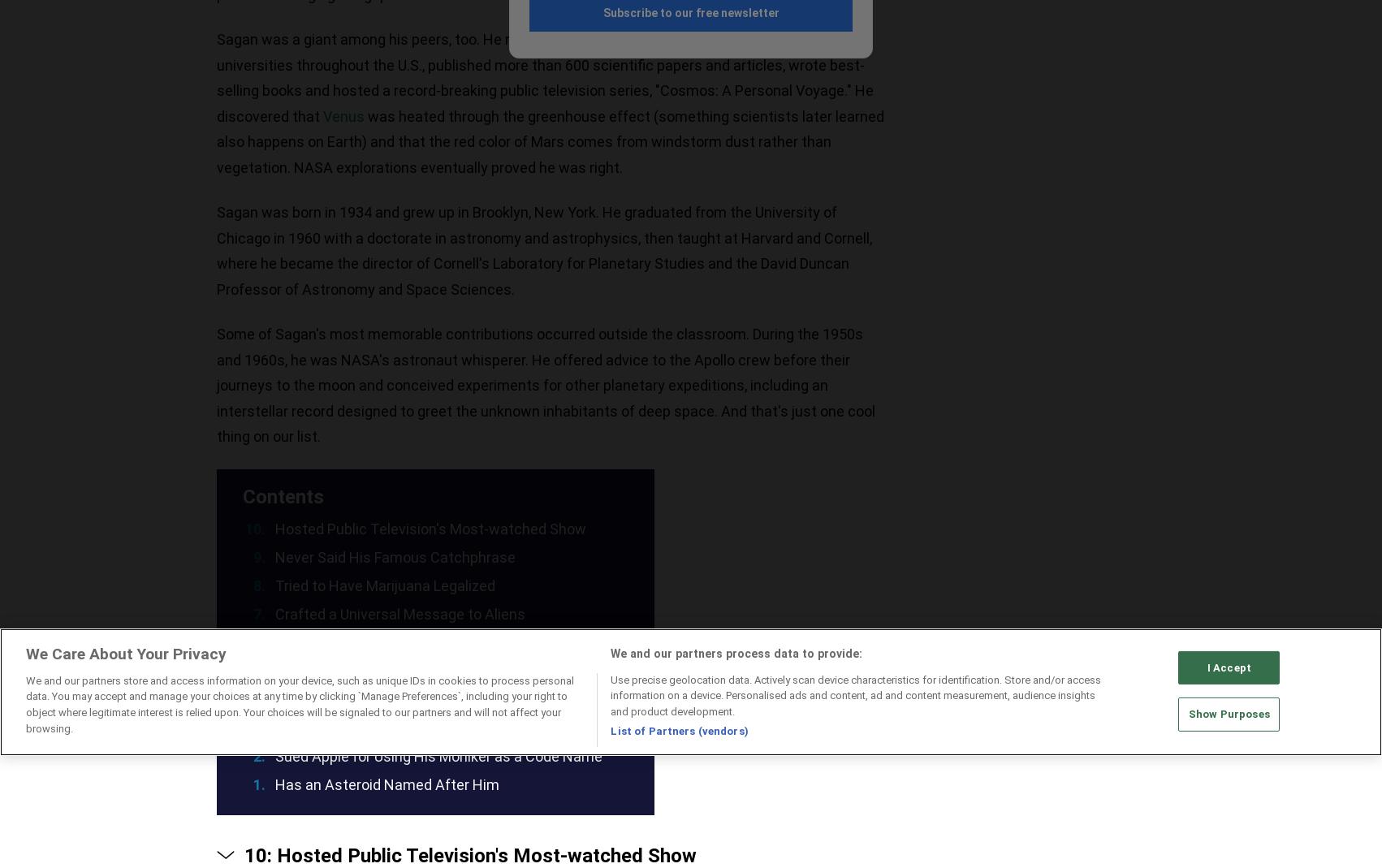  Describe the element at coordinates (243, 496) in the screenshot. I see `'Contents'` at that location.